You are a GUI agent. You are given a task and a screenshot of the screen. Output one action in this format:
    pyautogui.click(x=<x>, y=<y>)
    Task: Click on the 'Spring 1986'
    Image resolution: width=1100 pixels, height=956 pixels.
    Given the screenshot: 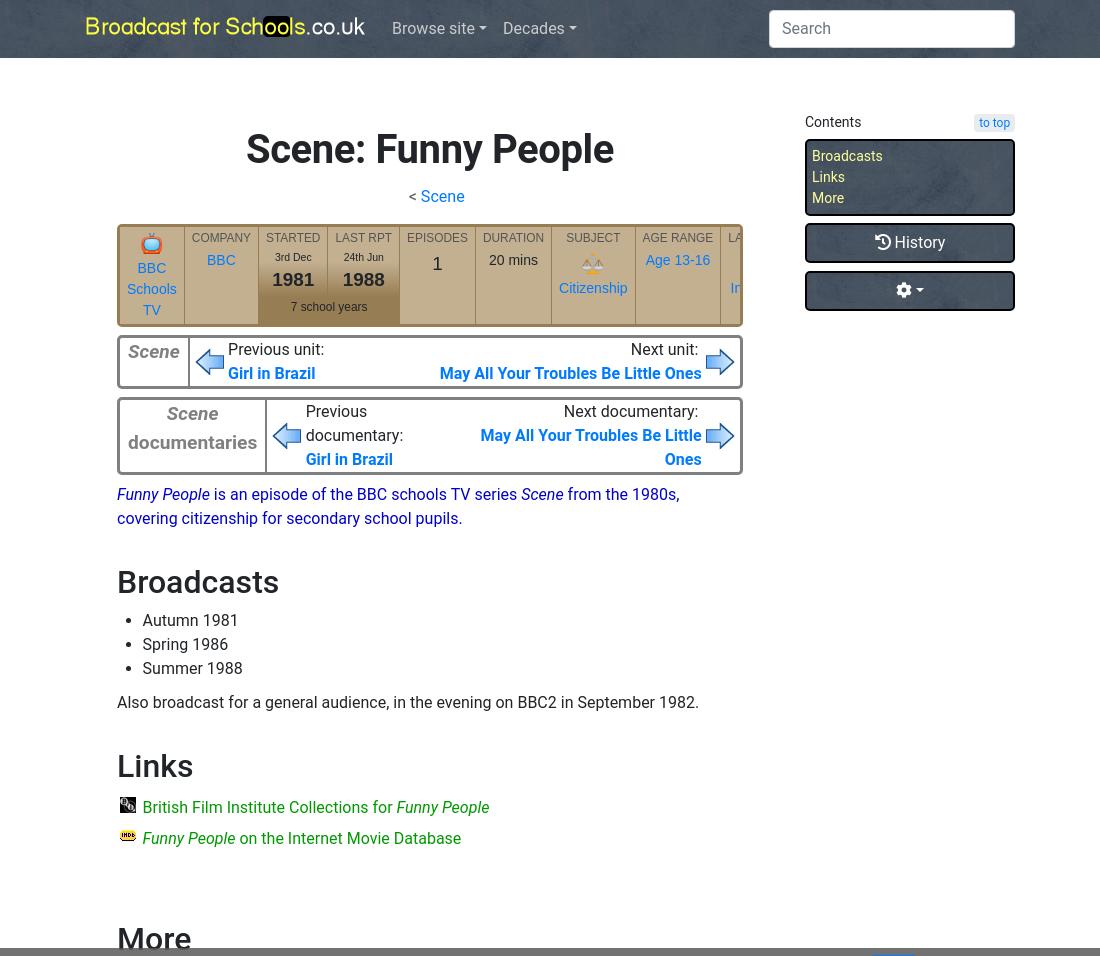 What is the action you would take?
    pyautogui.click(x=141, y=644)
    